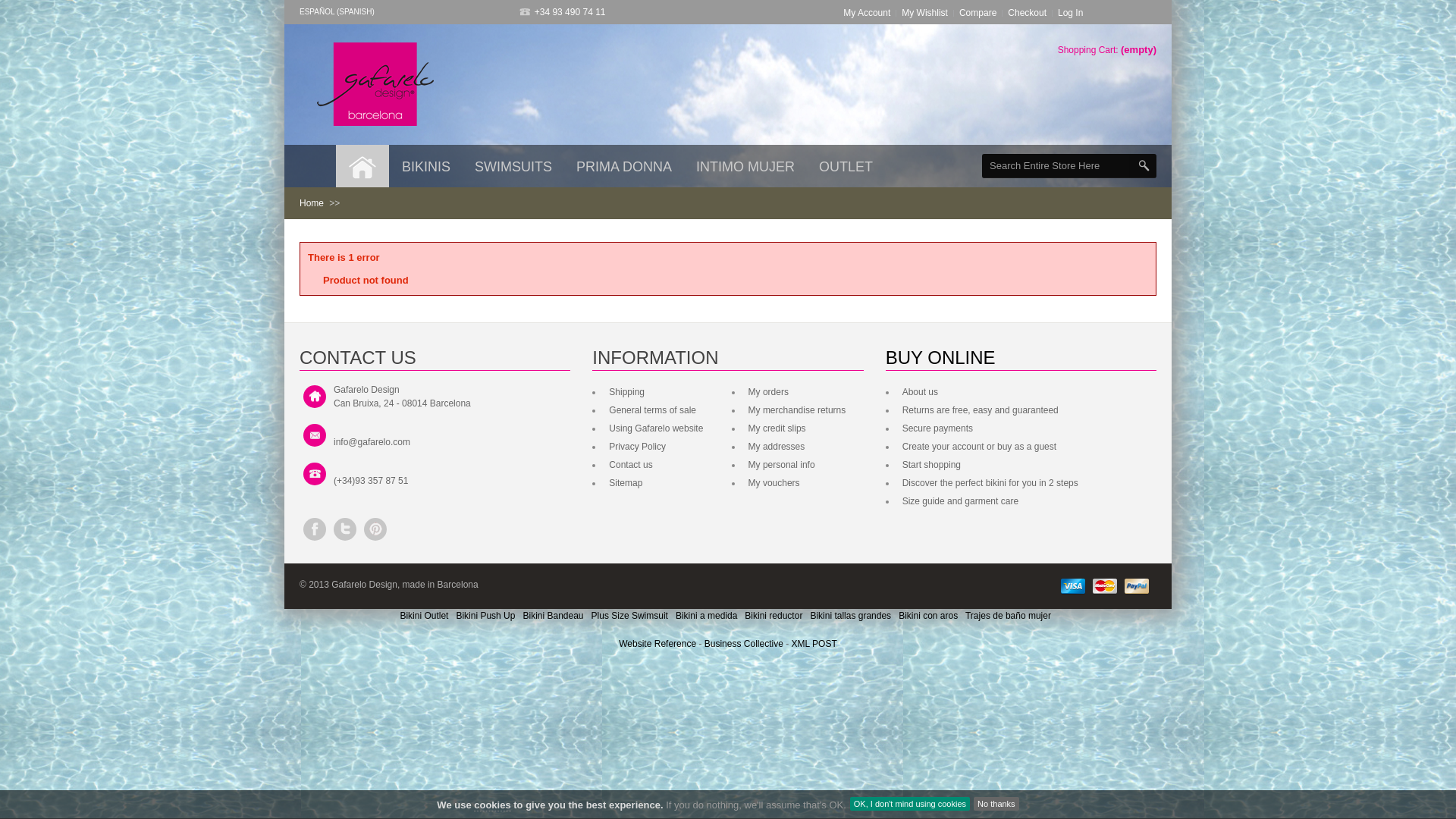 The width and height of the screenshot is (1456, 819). Describe the element at coordinates (745, 428) in the screenshot. I see `'My credit slips'` at that location.